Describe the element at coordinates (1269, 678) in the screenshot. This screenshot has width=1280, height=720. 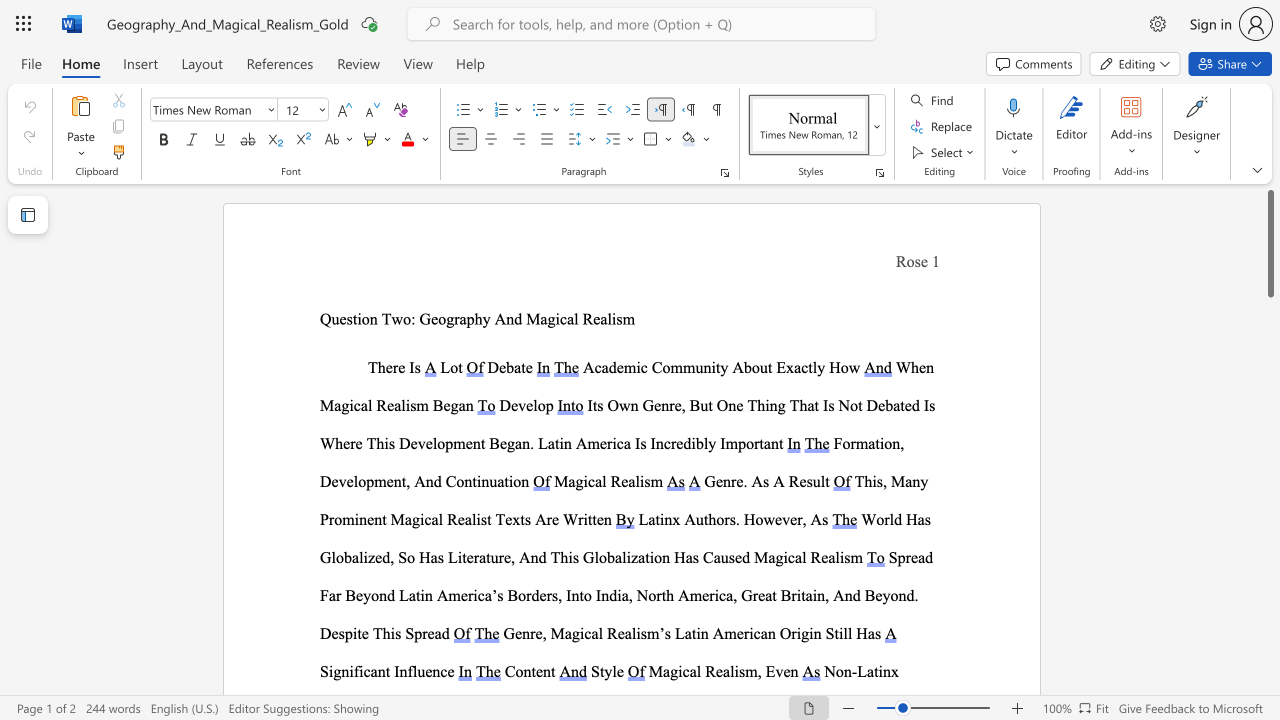
I see `the page's right scrollbar for downward movement` at that location.